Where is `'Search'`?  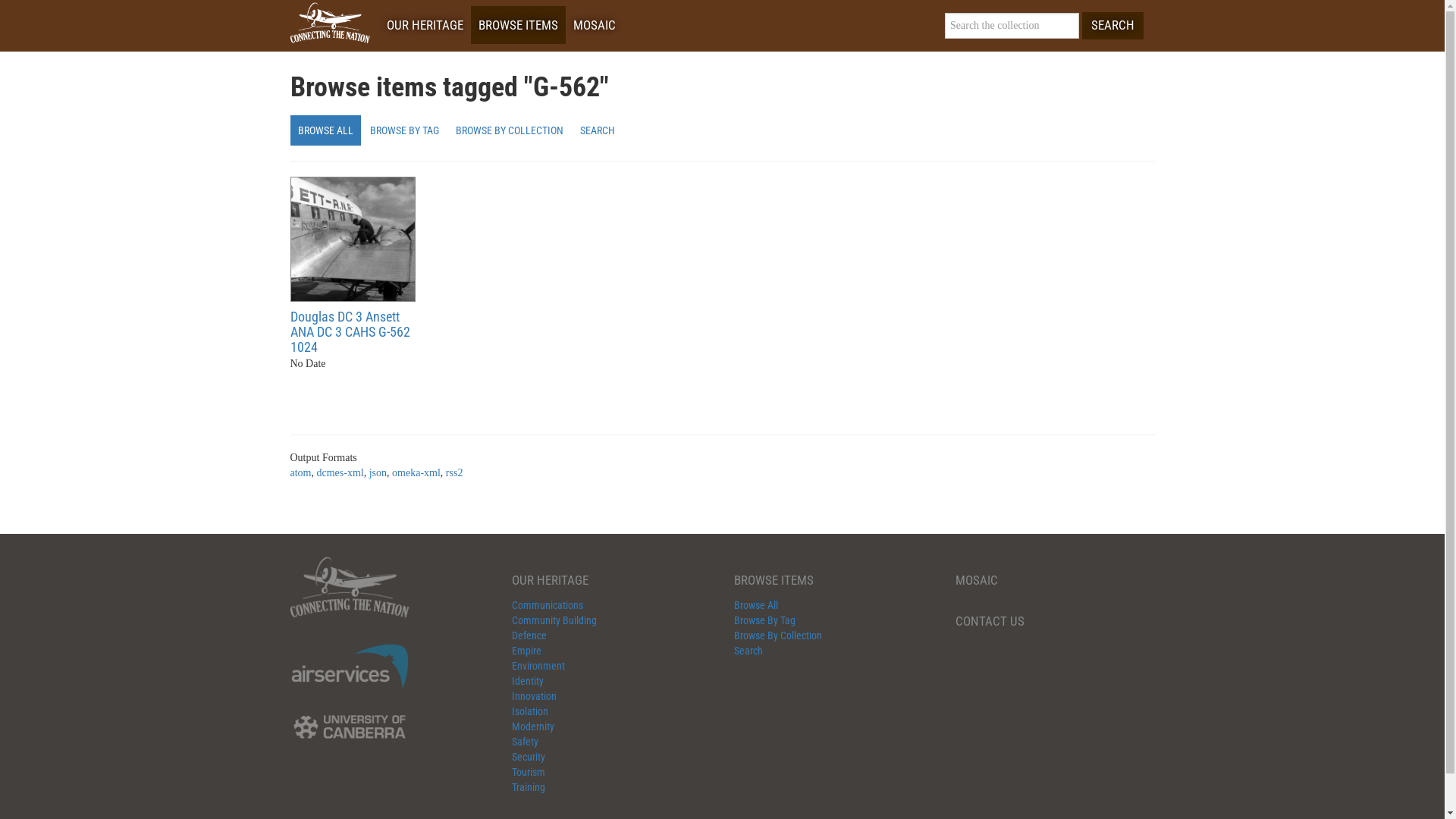
'Search' is located at coordinates (734, 649).